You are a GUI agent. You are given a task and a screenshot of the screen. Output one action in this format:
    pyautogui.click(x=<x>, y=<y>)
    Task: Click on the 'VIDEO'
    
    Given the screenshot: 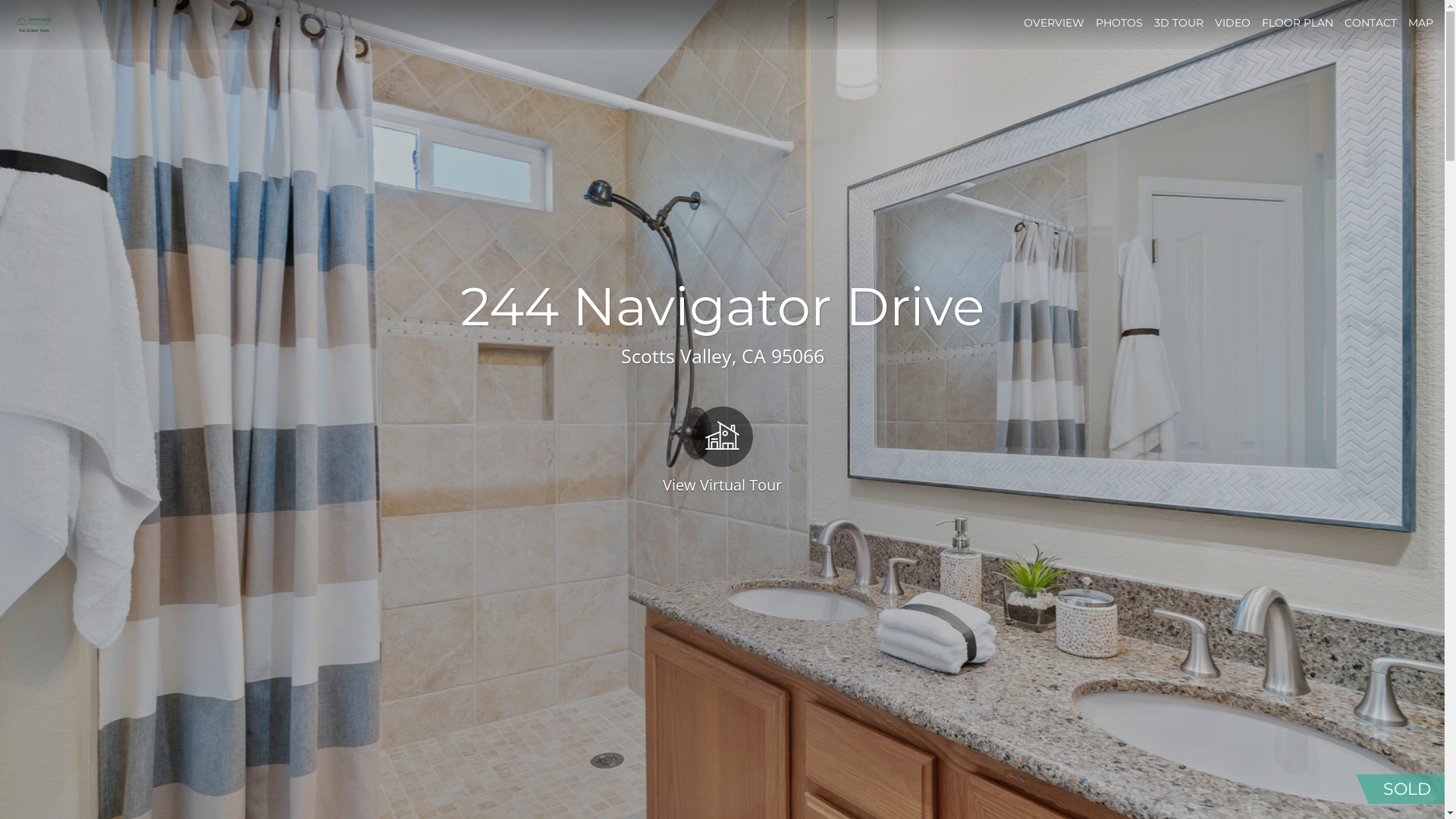 What is the action you would take?
    pyautogui.click(x=1232, y=23)
    